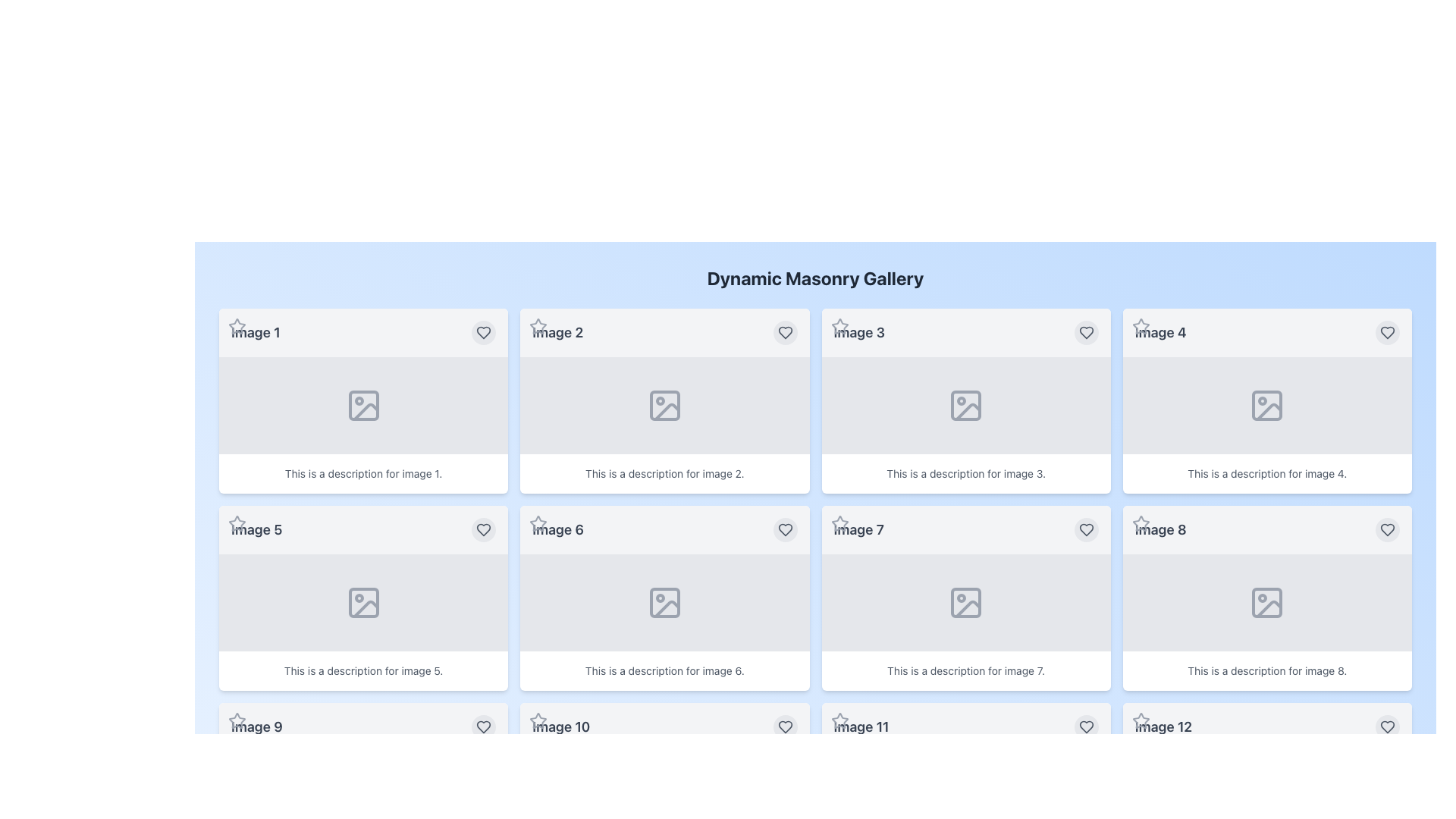 This screenshot has height=819, width=1456. What do you see at coordinates (1387, 529) in the screenshot?
I see `the heart-shaped 'like' icon located` at bounding box center [1387, 529].